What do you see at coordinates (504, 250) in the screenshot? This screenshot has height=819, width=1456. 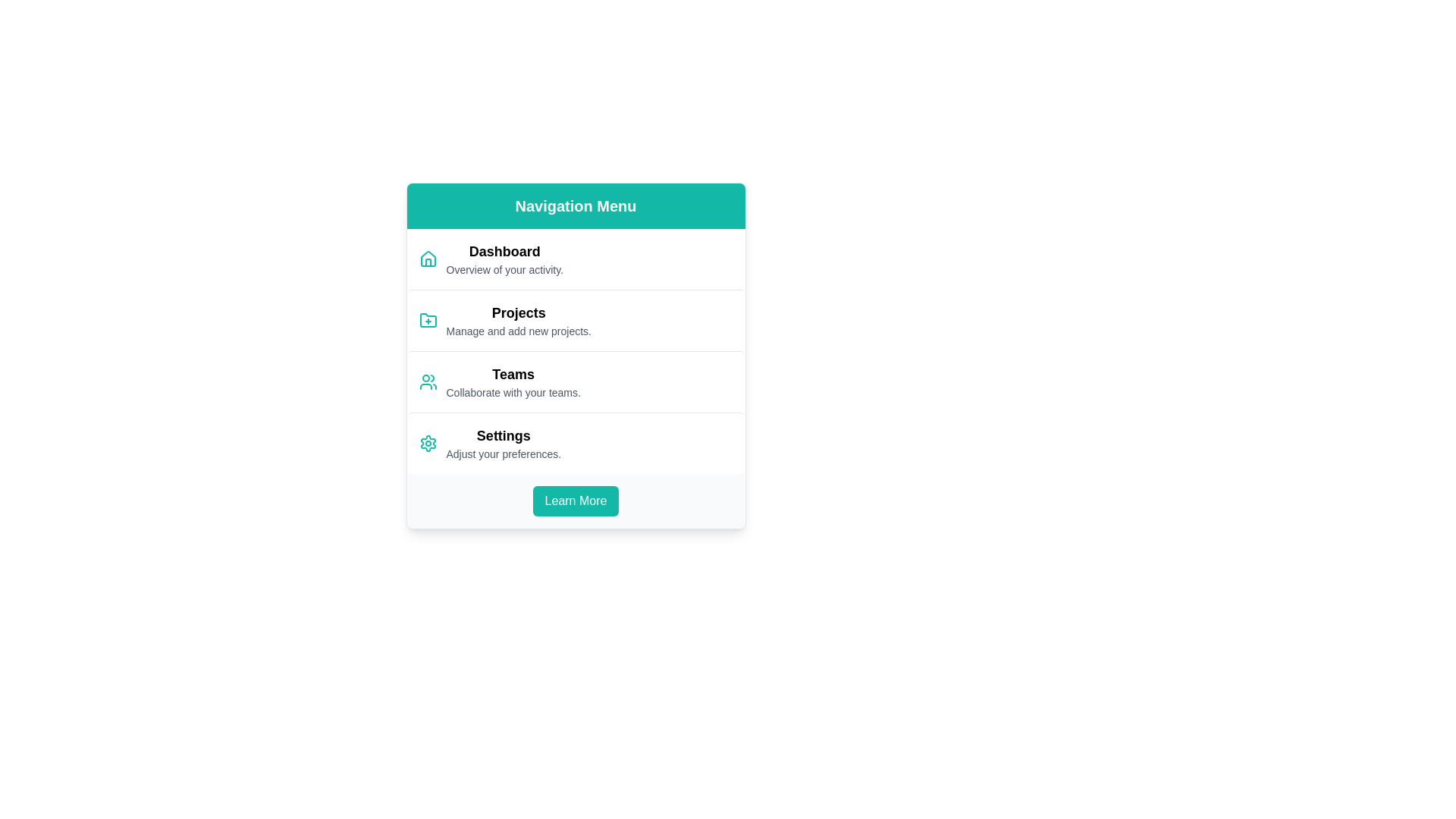 I see `the 'Dashboard' text label, which is the main heading styled in bold and larger font, located under the navigation bar and above the 'Overview of your activity.' text` at bounding box center [504, 250].